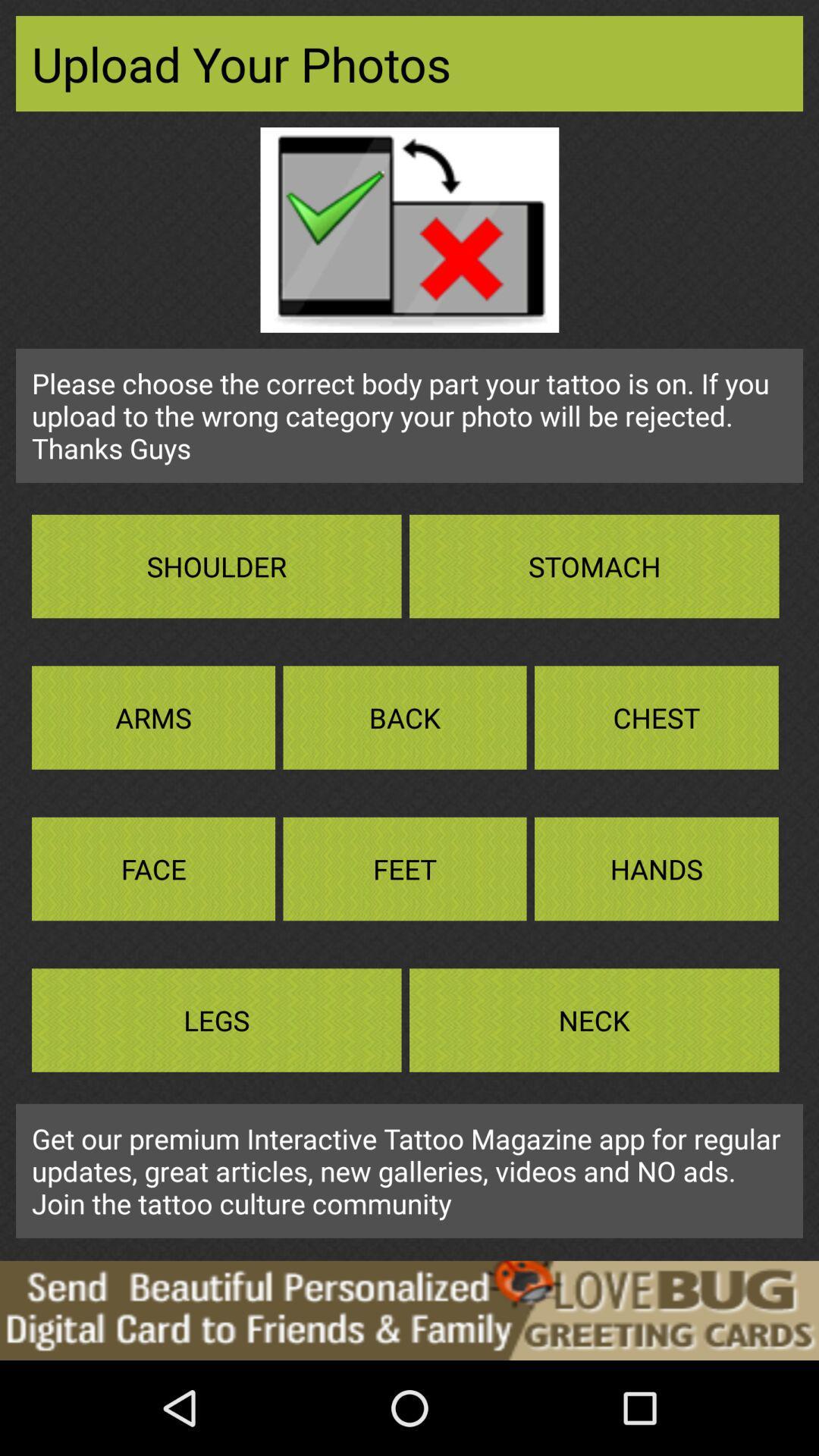 The image size is (819, 1456). Describe the element at coordinates (593, 1020) in the screenshot. I see `the text shown at the bottom after legs` at that location.